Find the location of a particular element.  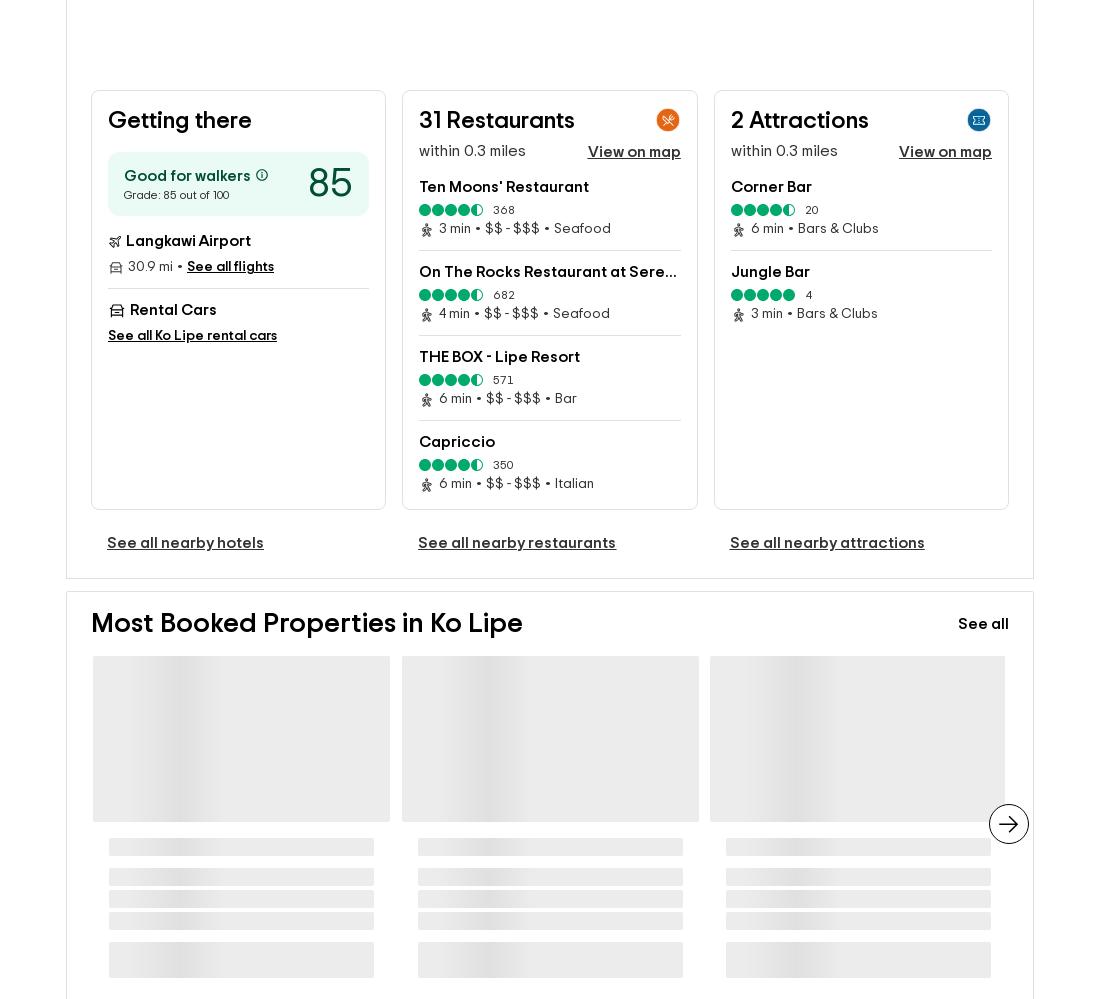

'Jungle Bar' is located at coordinates (769, 239).